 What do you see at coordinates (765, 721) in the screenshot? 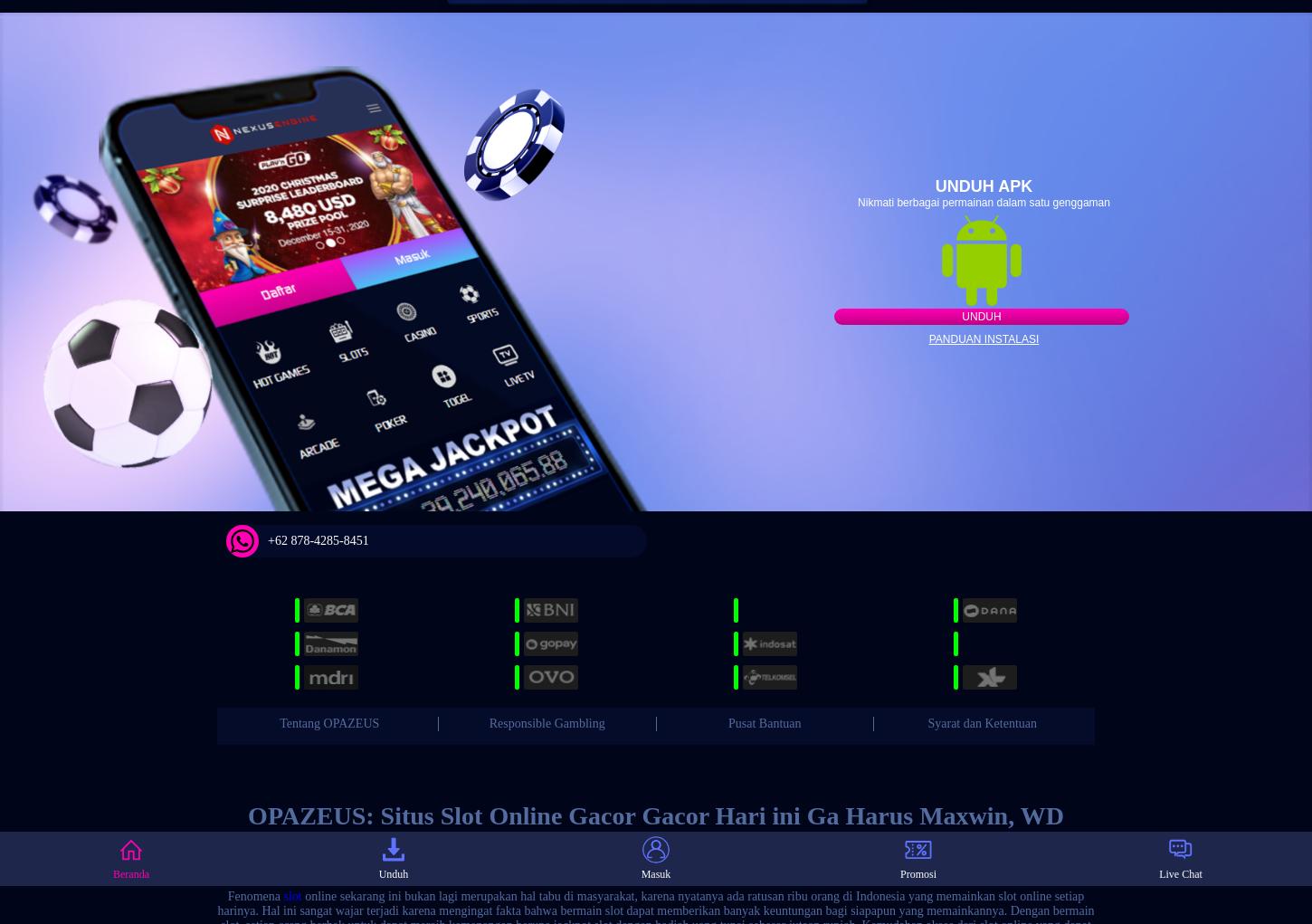
I see `'Pusat Bantuan'` at bounding box center [765, 721].